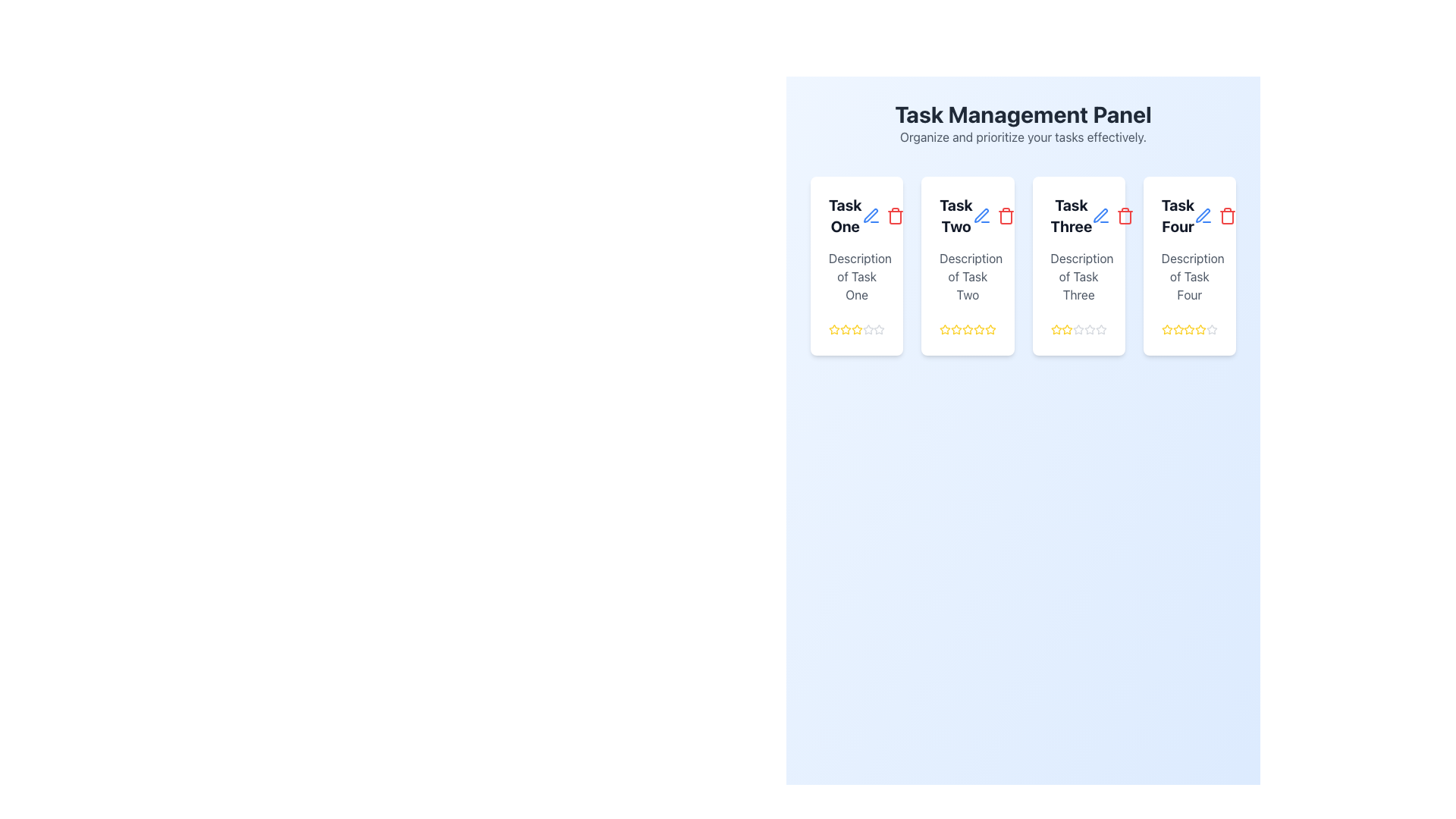 This screenshot has height=819, width=1456. I want to click on the main header text located centrally near the top of the page in the task management application, so click(1023, 113).